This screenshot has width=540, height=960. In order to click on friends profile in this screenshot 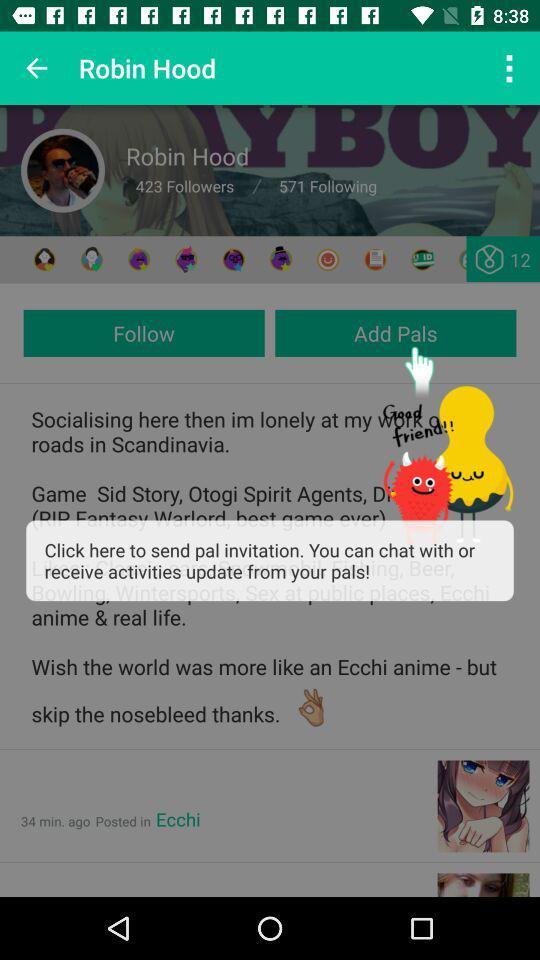, I will do `click(90, 258)`.